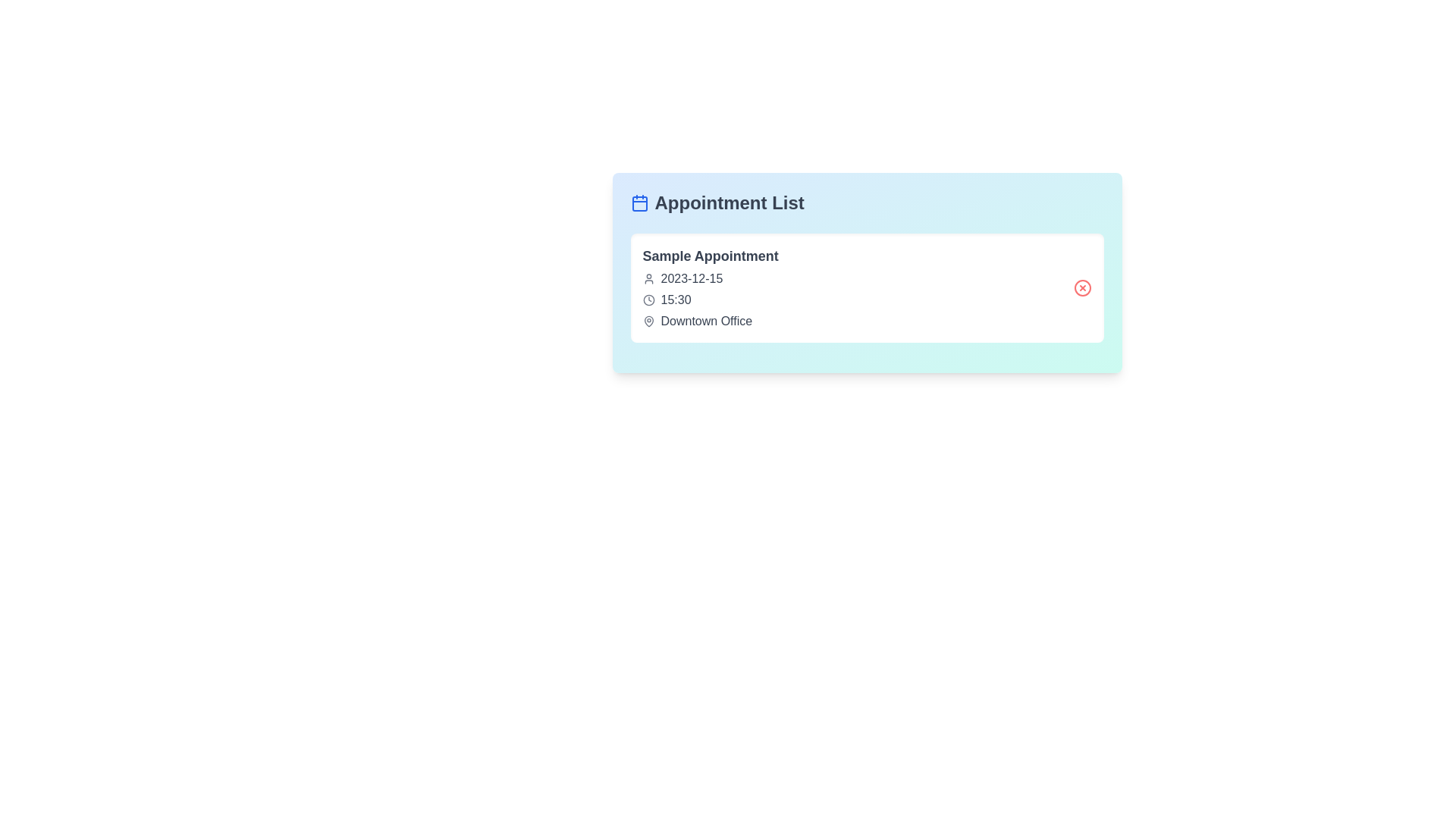 The width and height of the screenshot is (1456, 819). Describe the element at coordinates (1081, 288) in the screenshot. I see `the SVG circle element, which is a circular outline styled with a thin stroke, located at the top-right corner of the card layout` at that location.